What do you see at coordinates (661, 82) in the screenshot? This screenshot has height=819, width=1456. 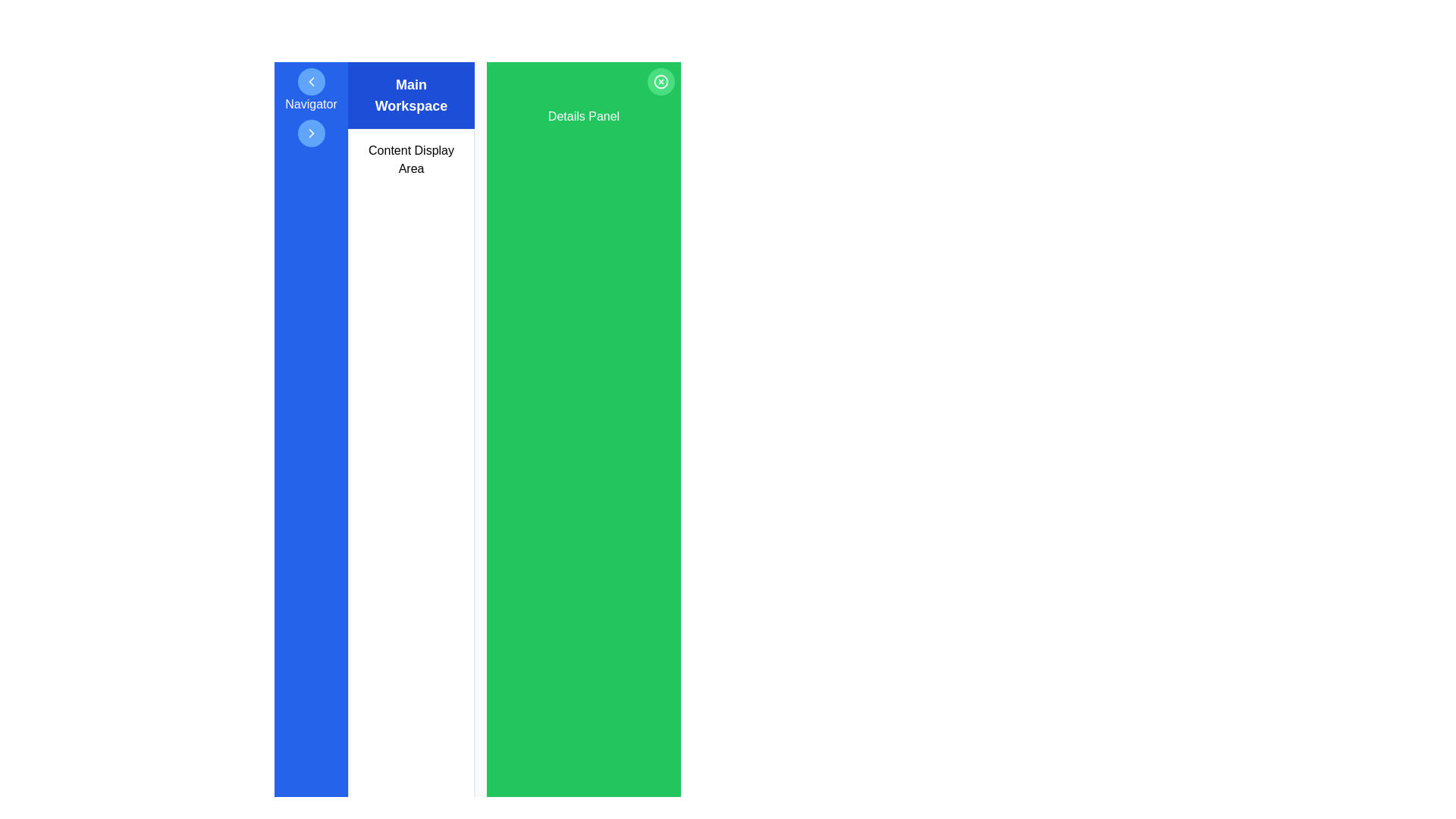 I see `the circular green button with a white border and a white cross symbol inside it located in the top-right corner of the 'Details Panel'` at bounding box center [661, 82].